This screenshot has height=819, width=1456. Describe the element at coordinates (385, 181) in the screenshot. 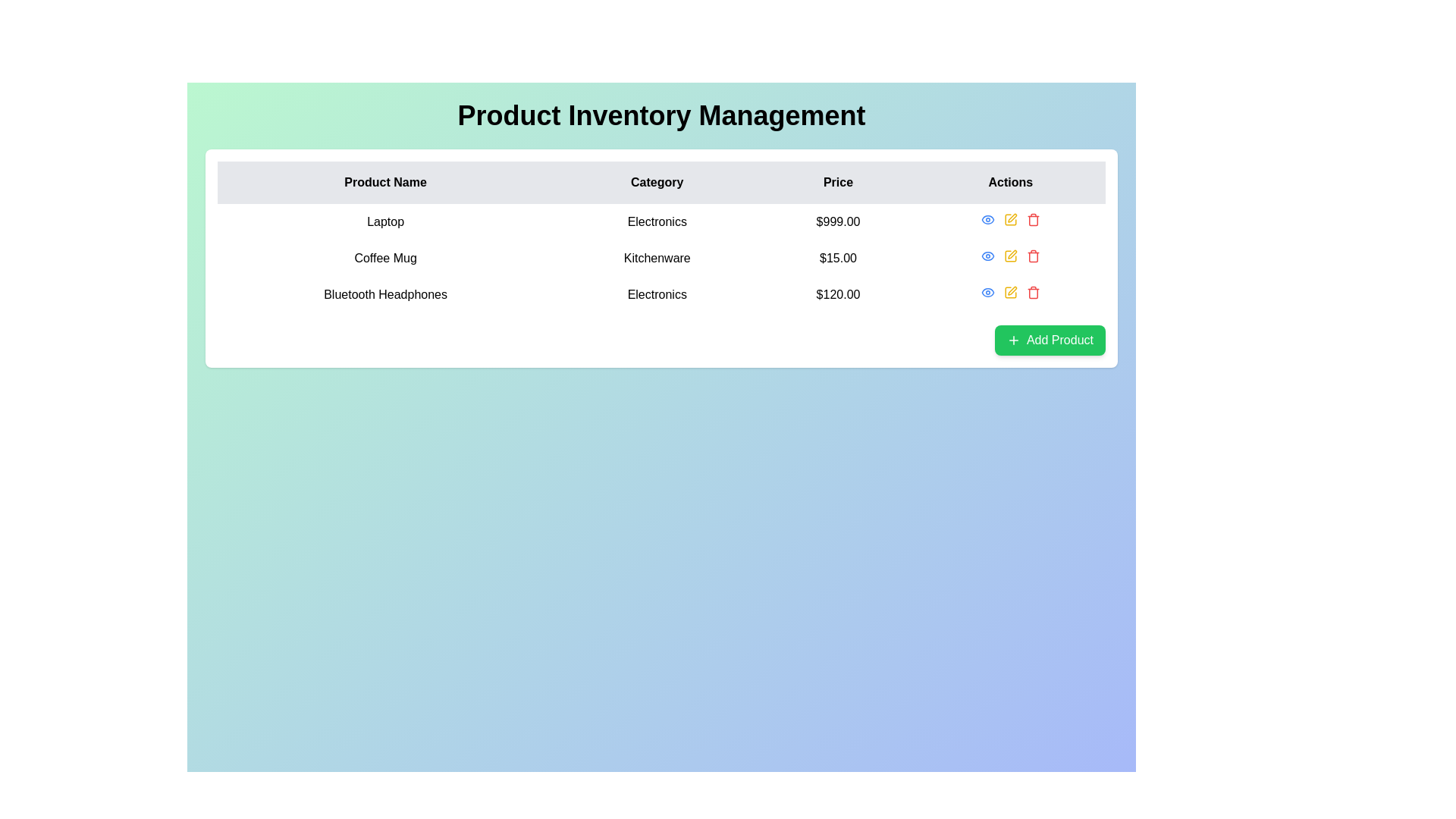

I see `the header label indicating the product names in the table, which is positioned at the far left of the header row` at that location.